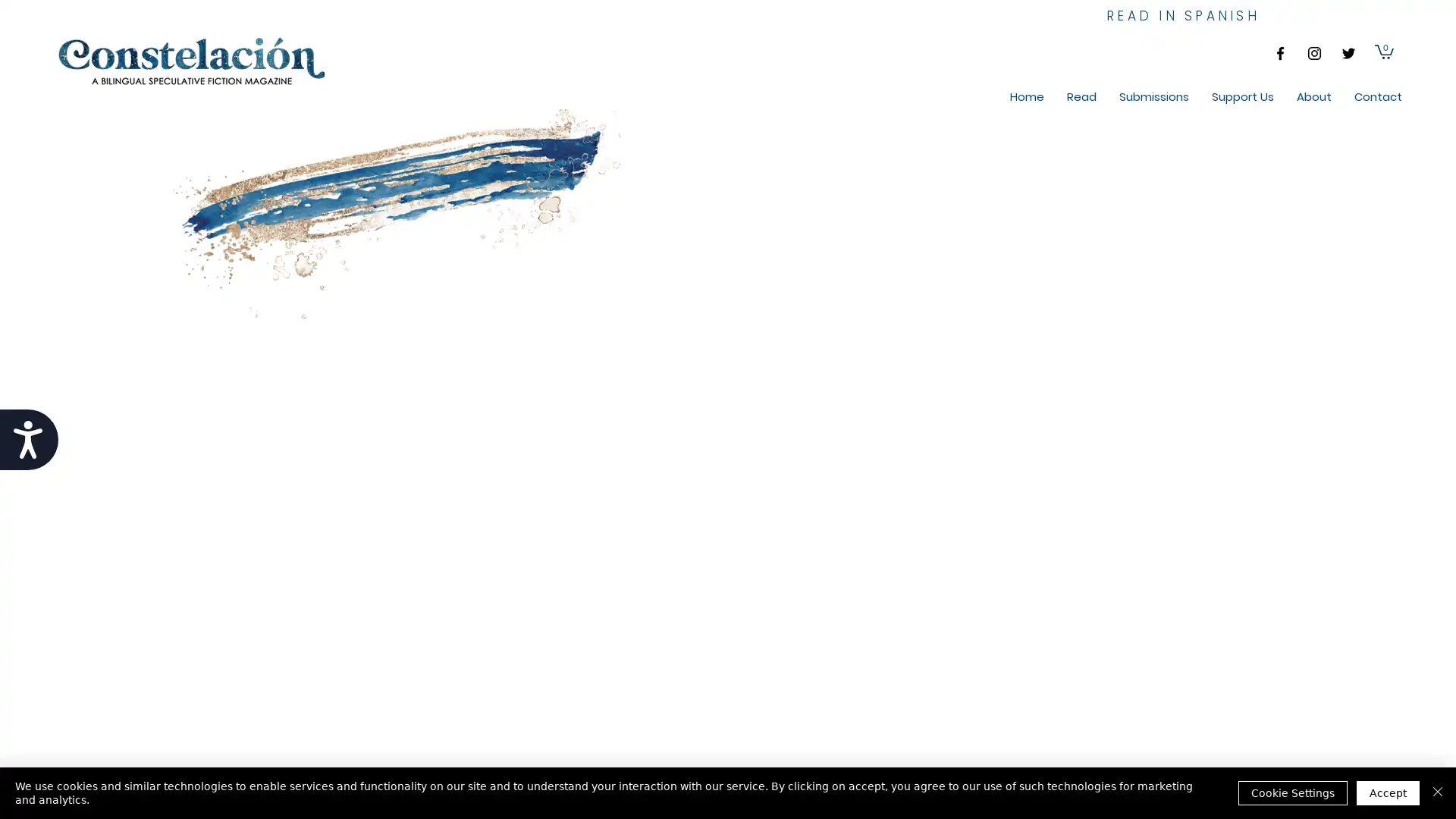 This screenshot has height=819, width=1456. Describe the element at coordinates (1291, 792) in the screenshot. I see `Cookie Settings` at that location.